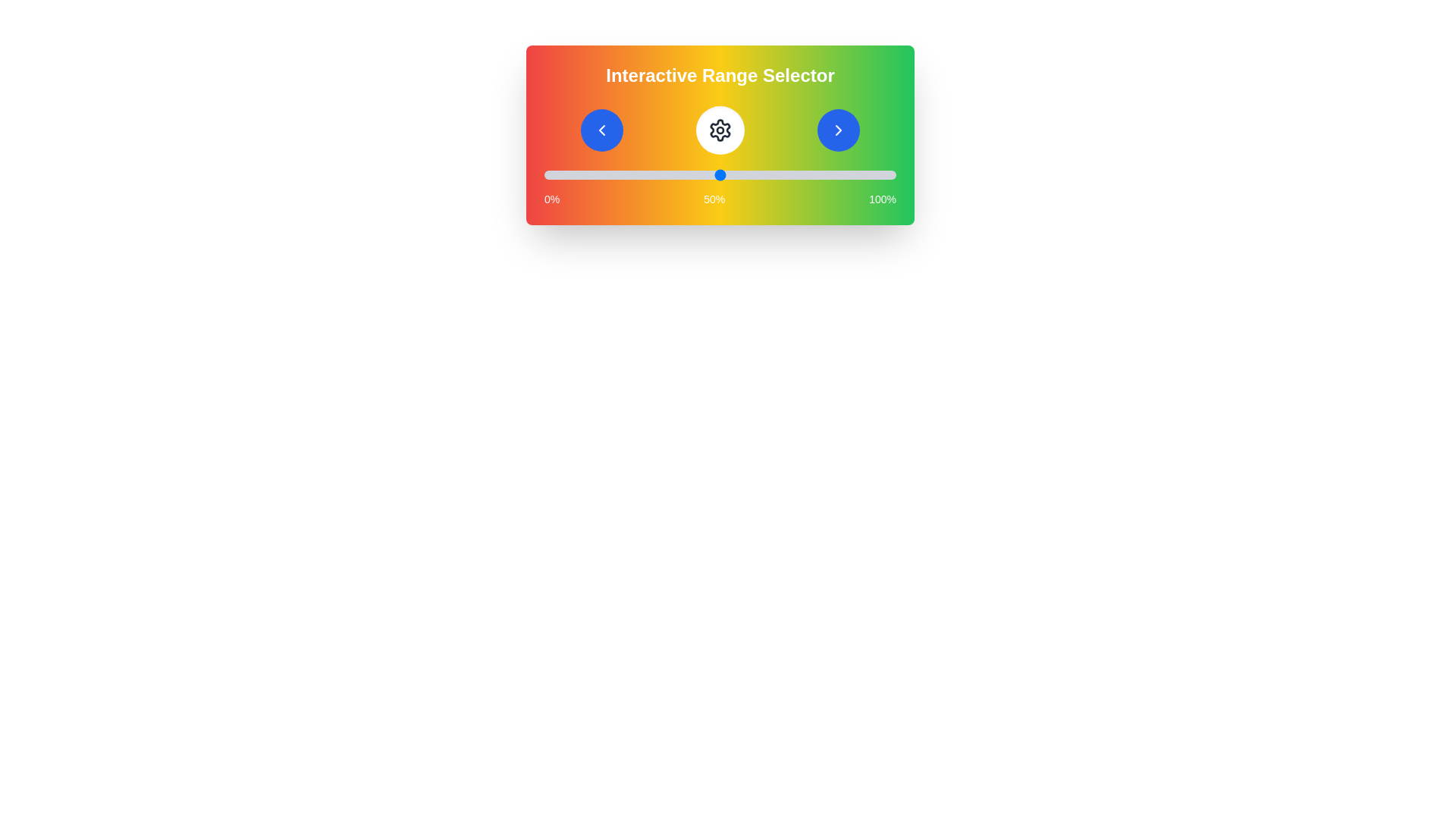  What do you see at coordinates (701, 174) in the screenshot?
I see `the slider to set the value to 45` at bounding box center [701, 174].